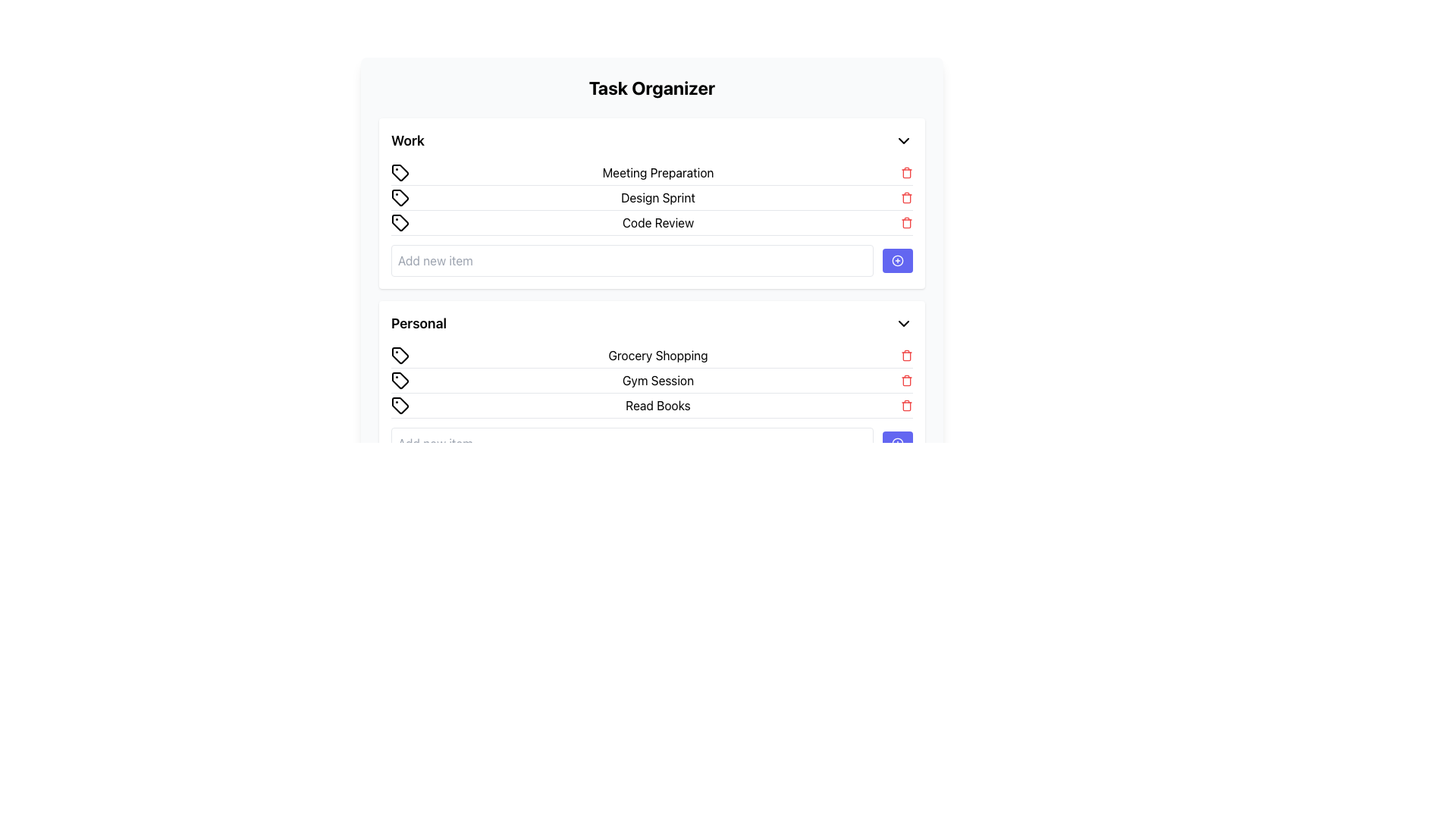 This screenshot has width=1456, height=819. Describe the element at coordinates (419, 323) in the screenshot. I see `the bold and large text label displaying 'Personal', which is styled to stand out as a category title within the collapsible section header` at that location.